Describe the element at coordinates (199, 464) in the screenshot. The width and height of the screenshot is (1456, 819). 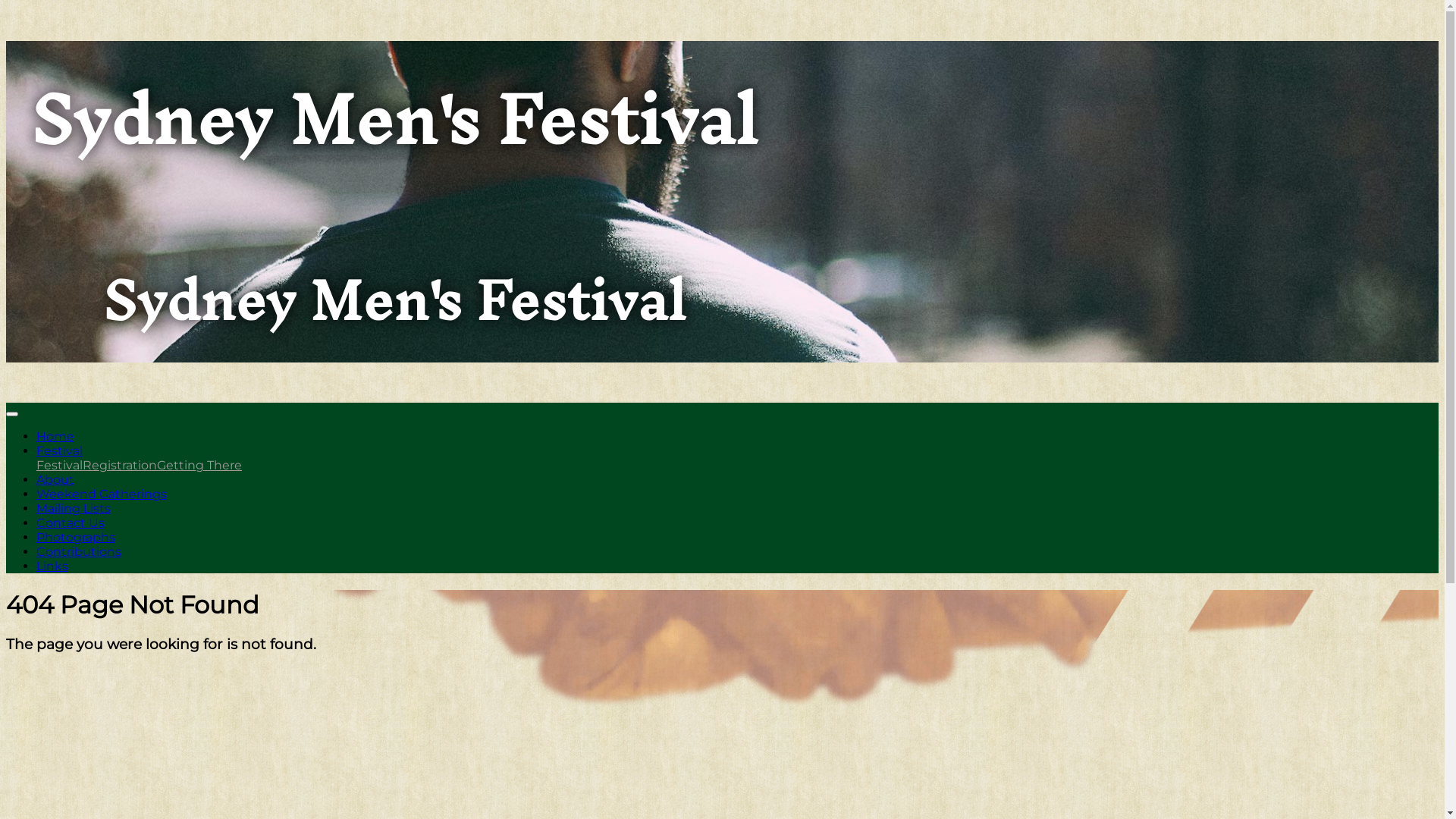
I see `'Getting There'` at that location.